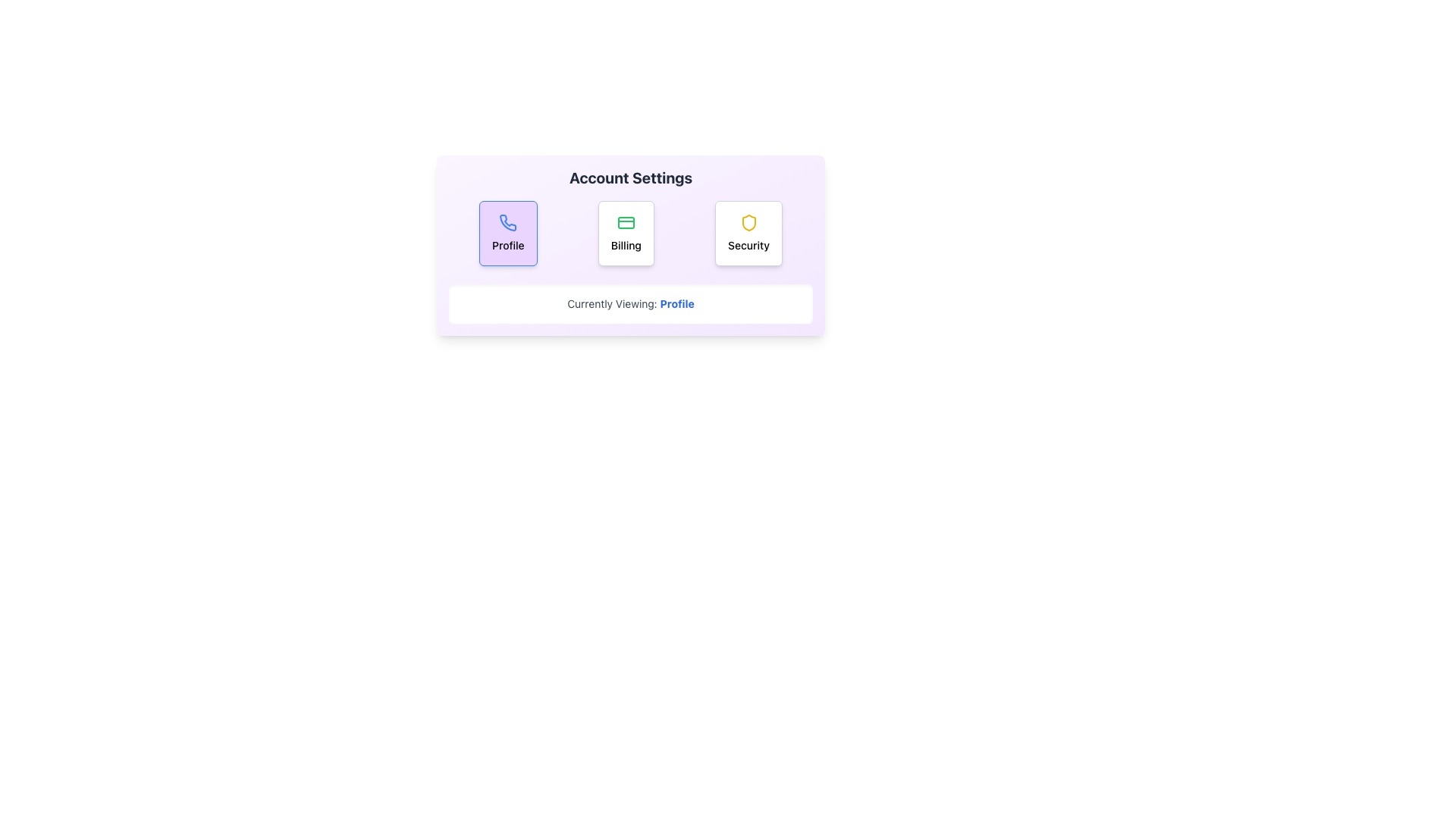  Describe the element at coordinates (626, 222) in the screenshot. I see `the green credit card icon located in the Billing section of the Account Settings interface` at that location.